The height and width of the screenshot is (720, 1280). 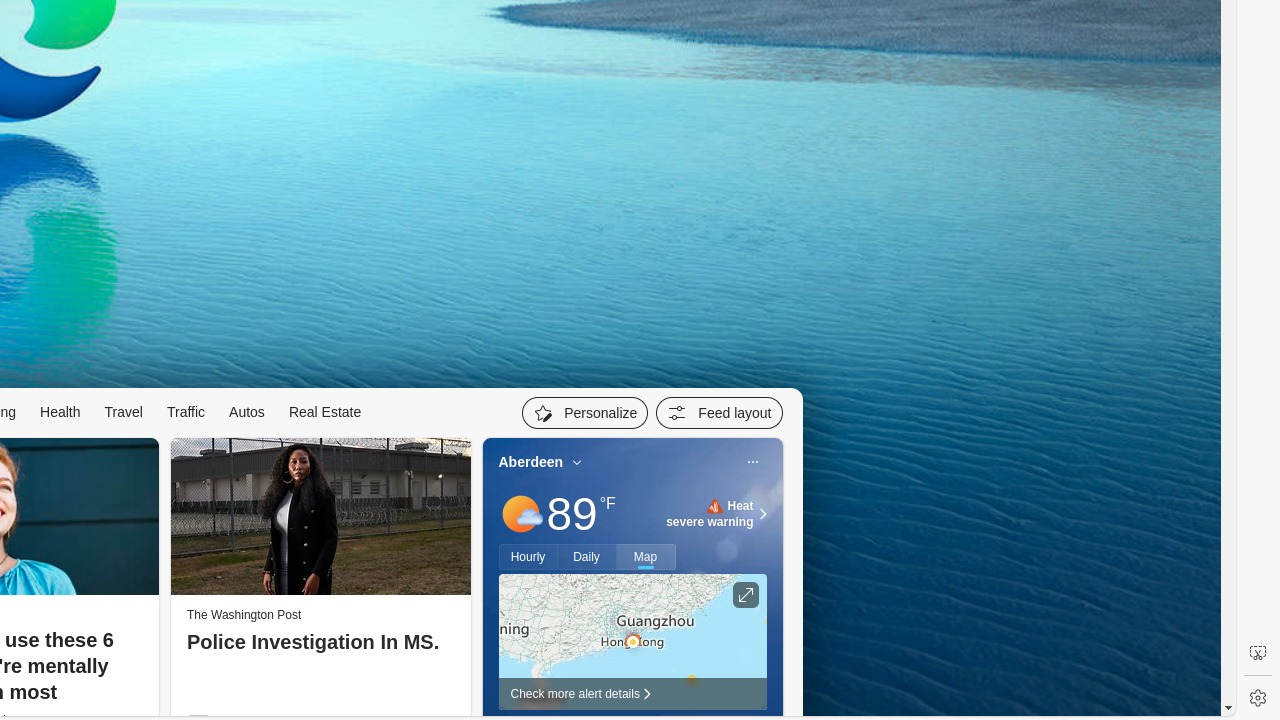 I want to click on 'Heat - Severe Heat severe warning', so click(x=710, y=513).